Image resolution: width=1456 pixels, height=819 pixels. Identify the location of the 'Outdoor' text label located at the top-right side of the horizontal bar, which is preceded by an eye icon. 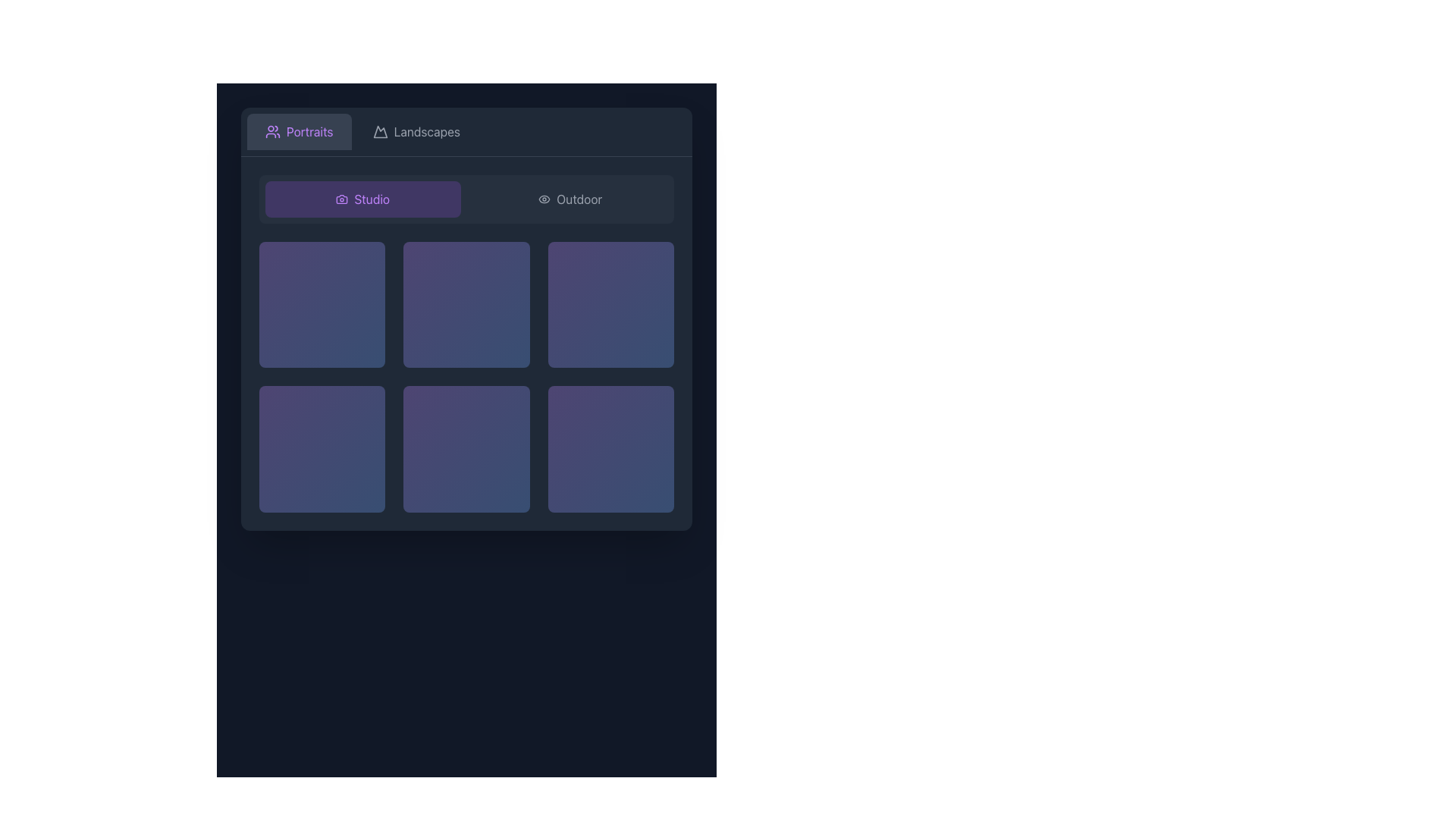
(579, 198).